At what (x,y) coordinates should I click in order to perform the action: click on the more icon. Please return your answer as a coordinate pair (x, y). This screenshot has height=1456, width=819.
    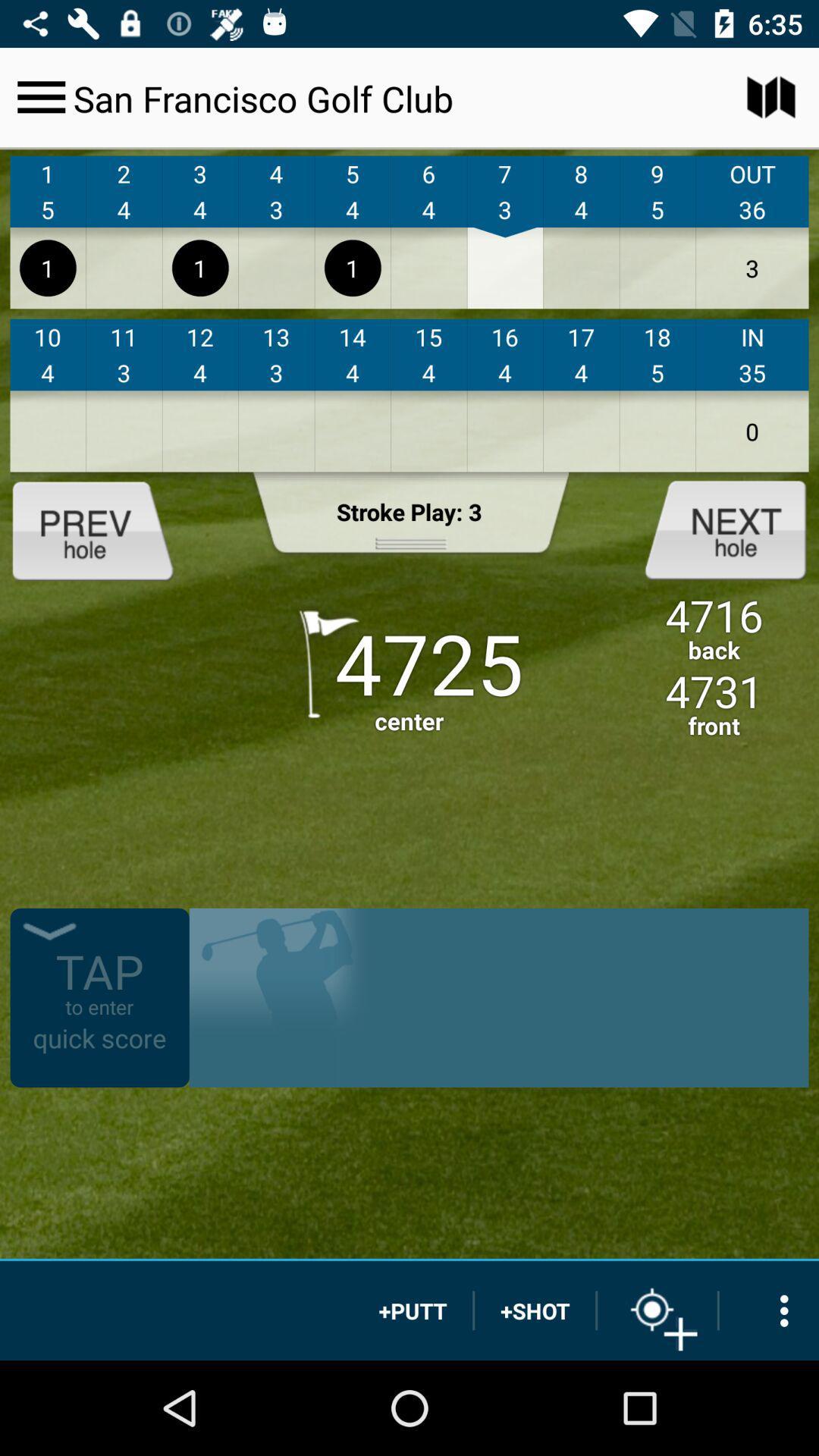
    Looking at the image, I should click on (769, 1310).